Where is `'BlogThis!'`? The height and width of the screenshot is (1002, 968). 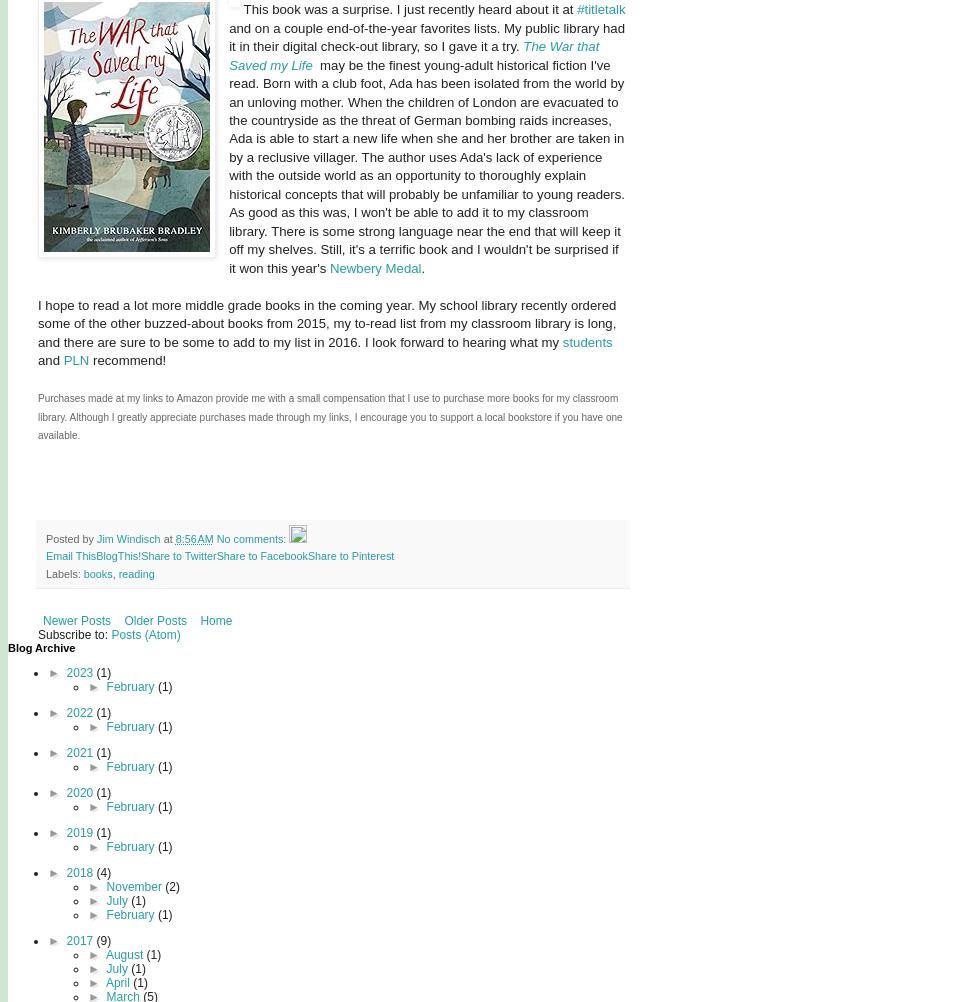 'BlogThis!' is located at coordinates (118, 556).